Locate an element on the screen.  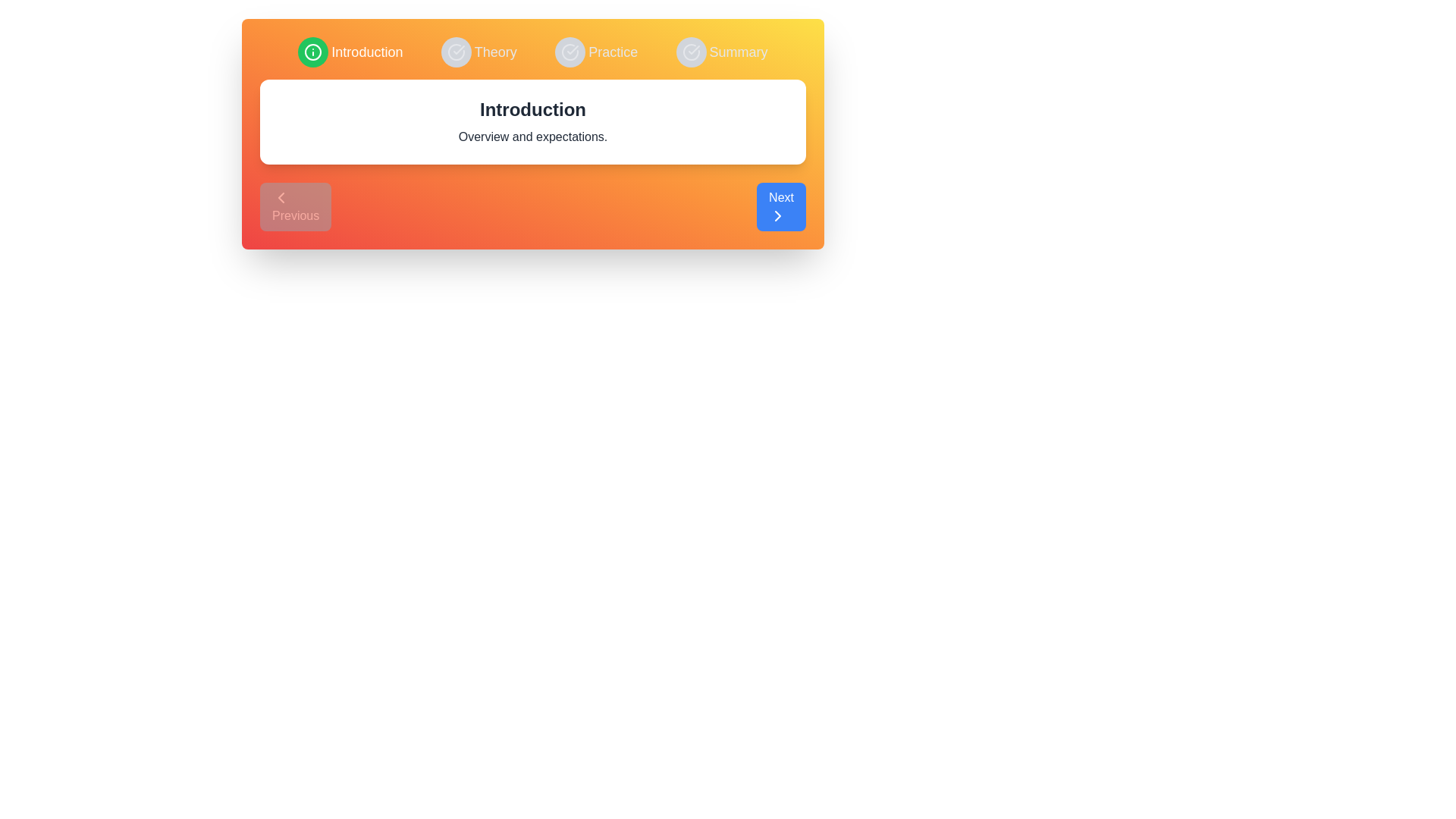
the stage Theory to view its details is located at coordinates (478, 52).